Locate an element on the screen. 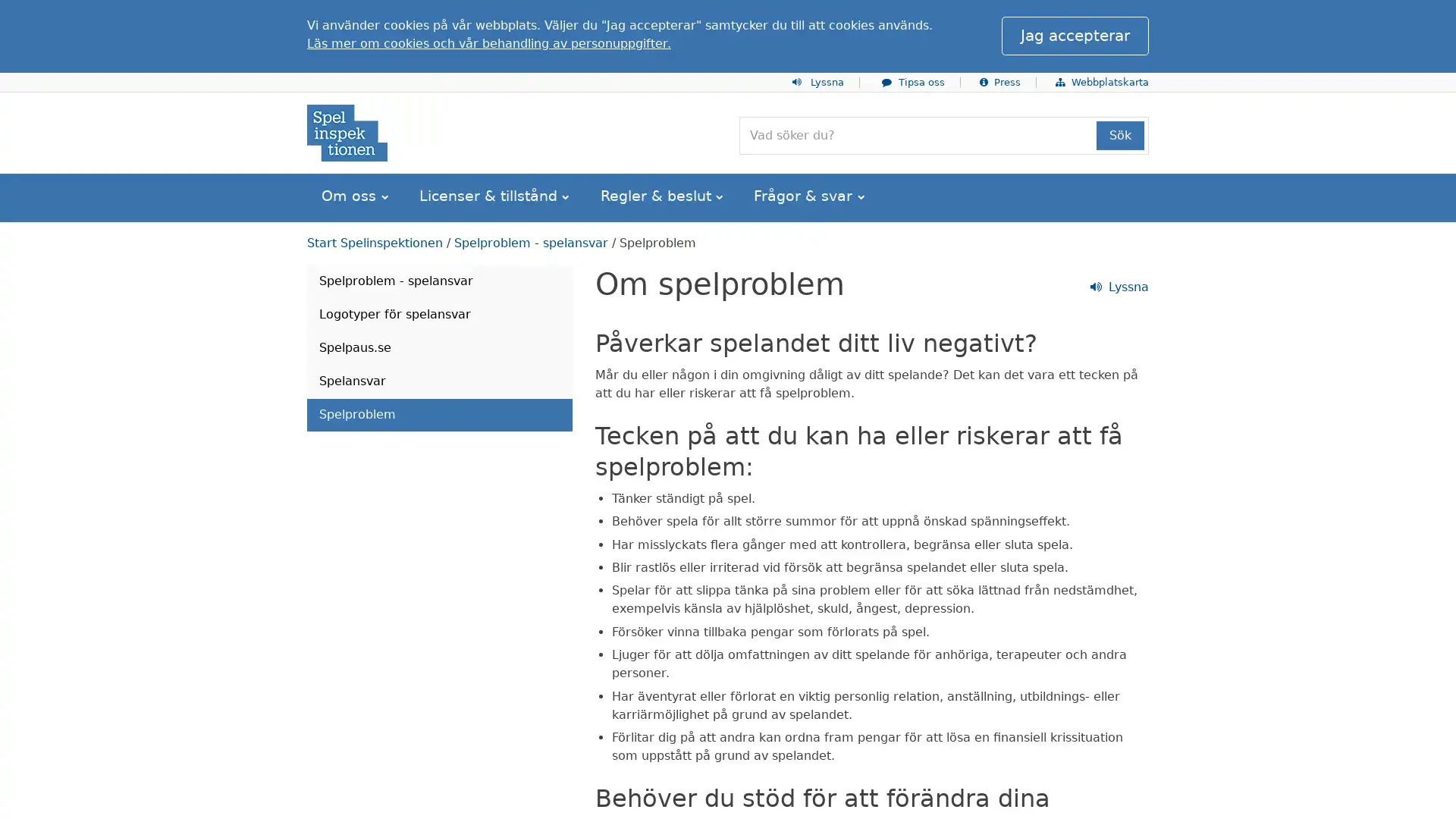  ReadSpeaker webReader: Lyssna med webReader is located at coordinates (366, 17).